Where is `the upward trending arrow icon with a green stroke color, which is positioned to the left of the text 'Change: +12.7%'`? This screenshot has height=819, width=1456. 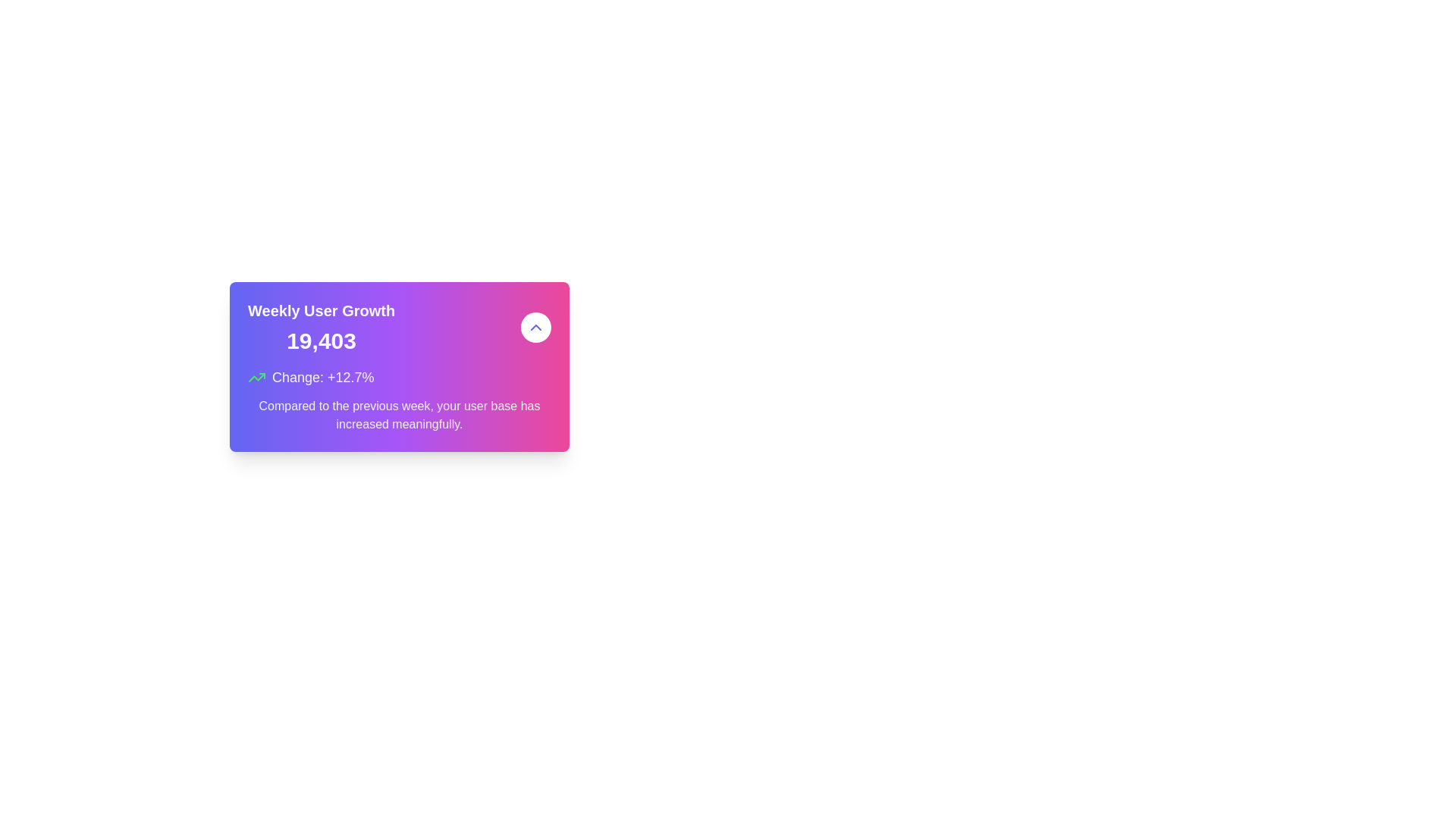
the upward trending arrow icon with a green stroke color, which is positioned to the left of the text 'Change: +12.7%' is located at coordinates (257, 376).